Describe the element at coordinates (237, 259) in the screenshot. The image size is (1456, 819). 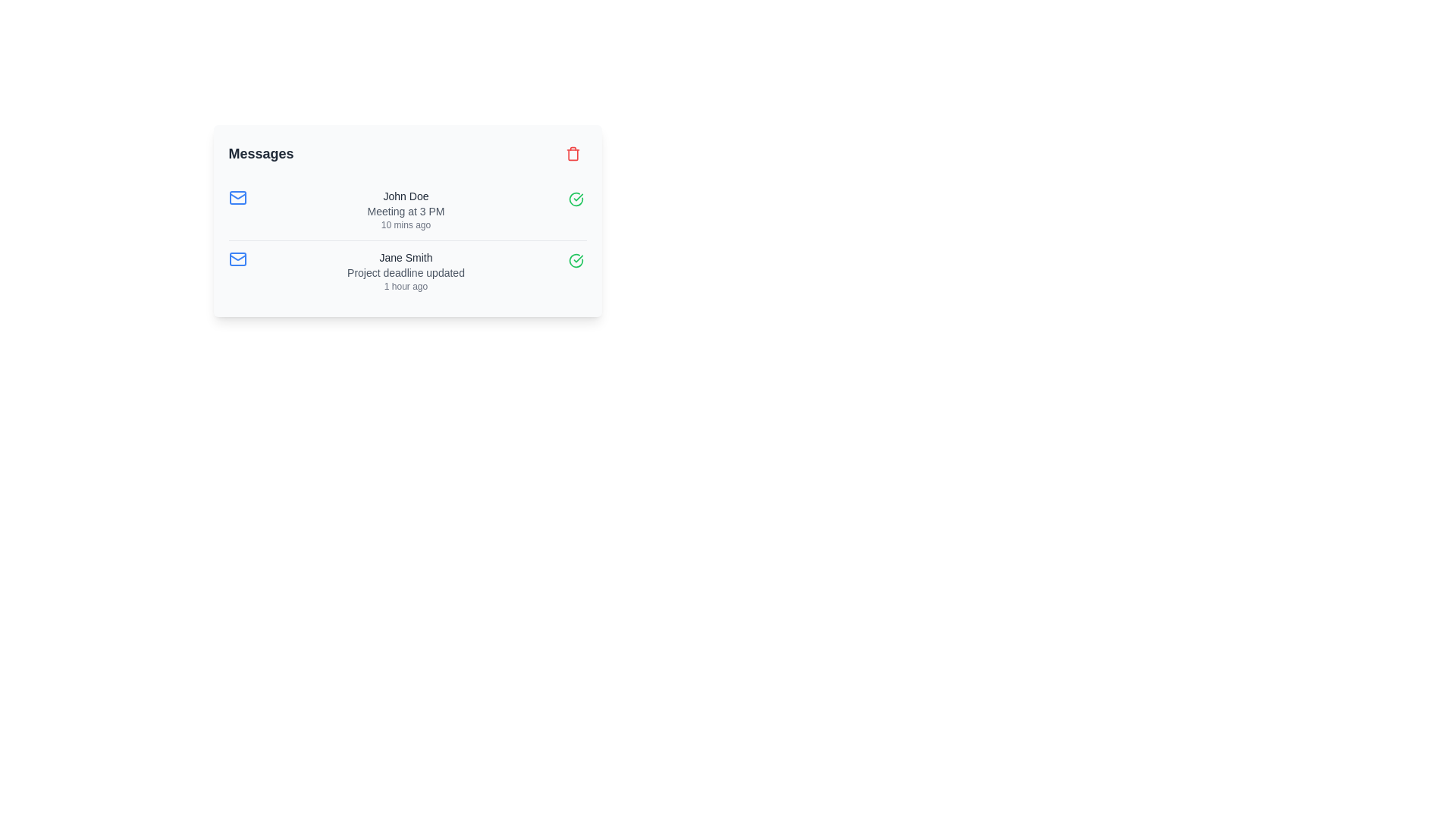
I see `the SvgIcon that visually signifies an email or message related to 'Jane Smith' and 'Project deadline updated'` at that location.